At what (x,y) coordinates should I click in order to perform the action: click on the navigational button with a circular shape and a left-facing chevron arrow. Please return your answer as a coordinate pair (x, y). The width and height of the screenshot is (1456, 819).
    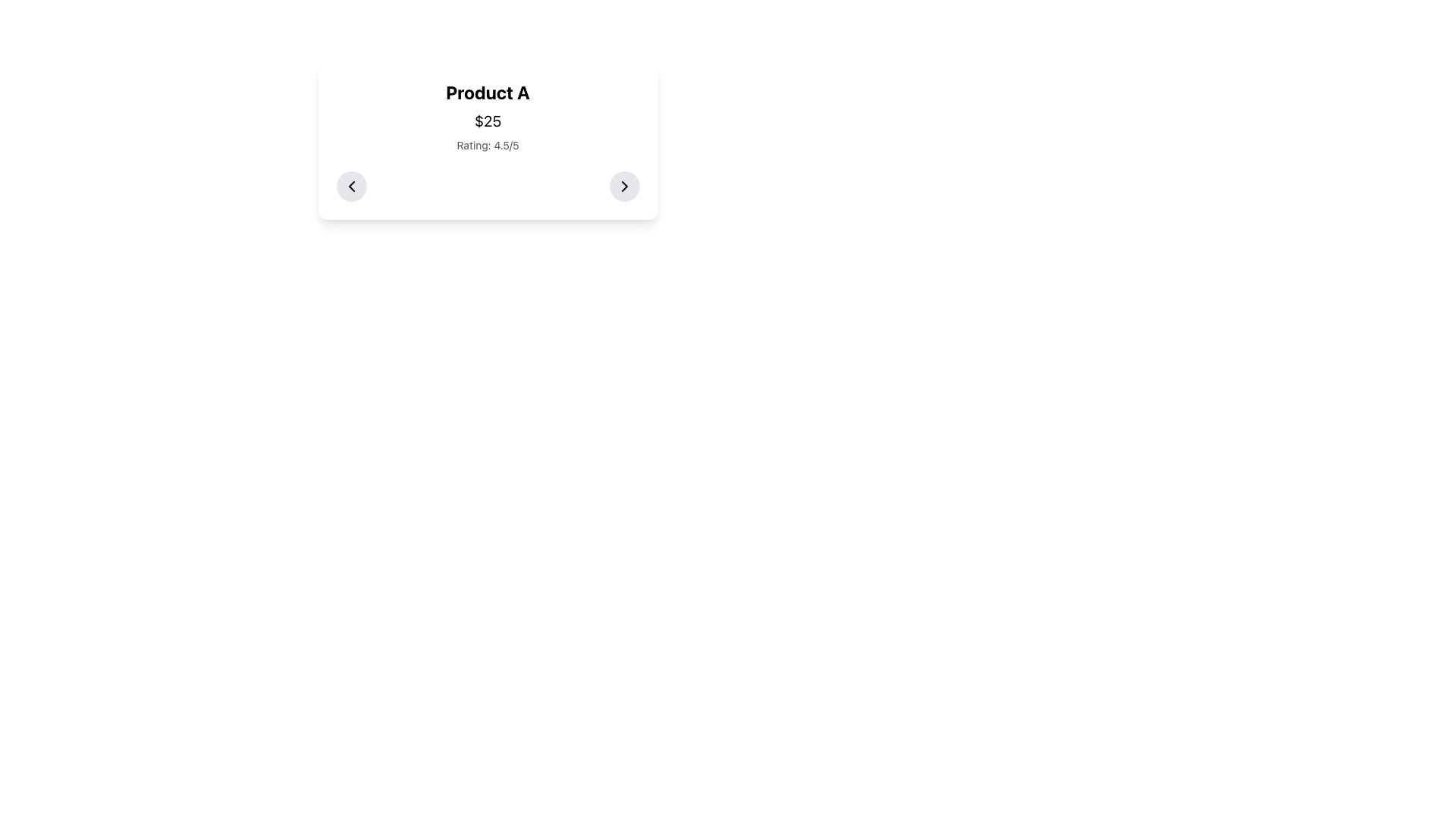
    Looking at the image, I should click on (350, 186).